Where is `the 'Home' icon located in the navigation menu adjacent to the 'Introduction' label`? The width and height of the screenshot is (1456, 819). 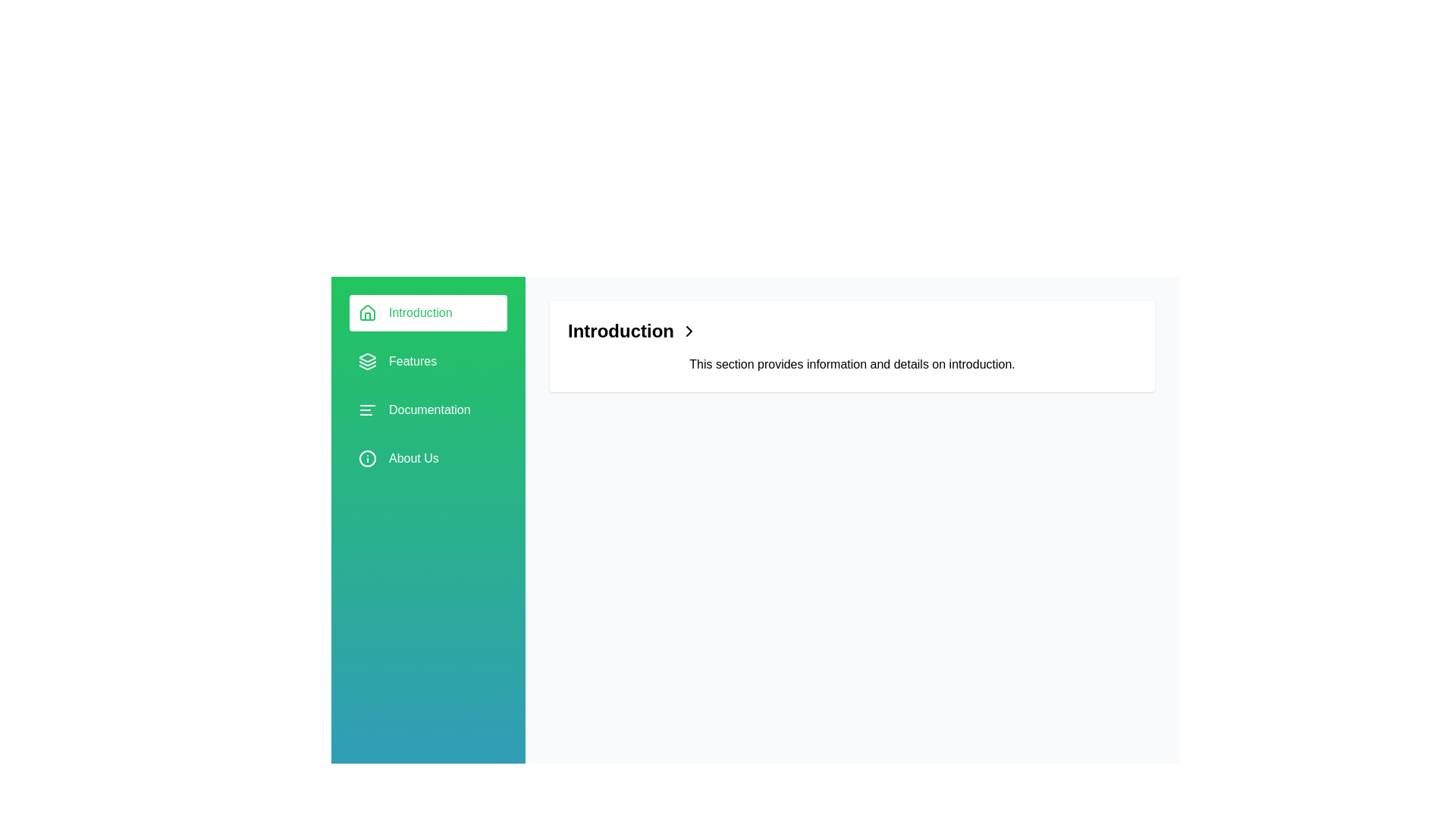
the 'Home' icon located in the navigation menu adjacent to the 'Introduction' label is located at coordinates (367, 312).